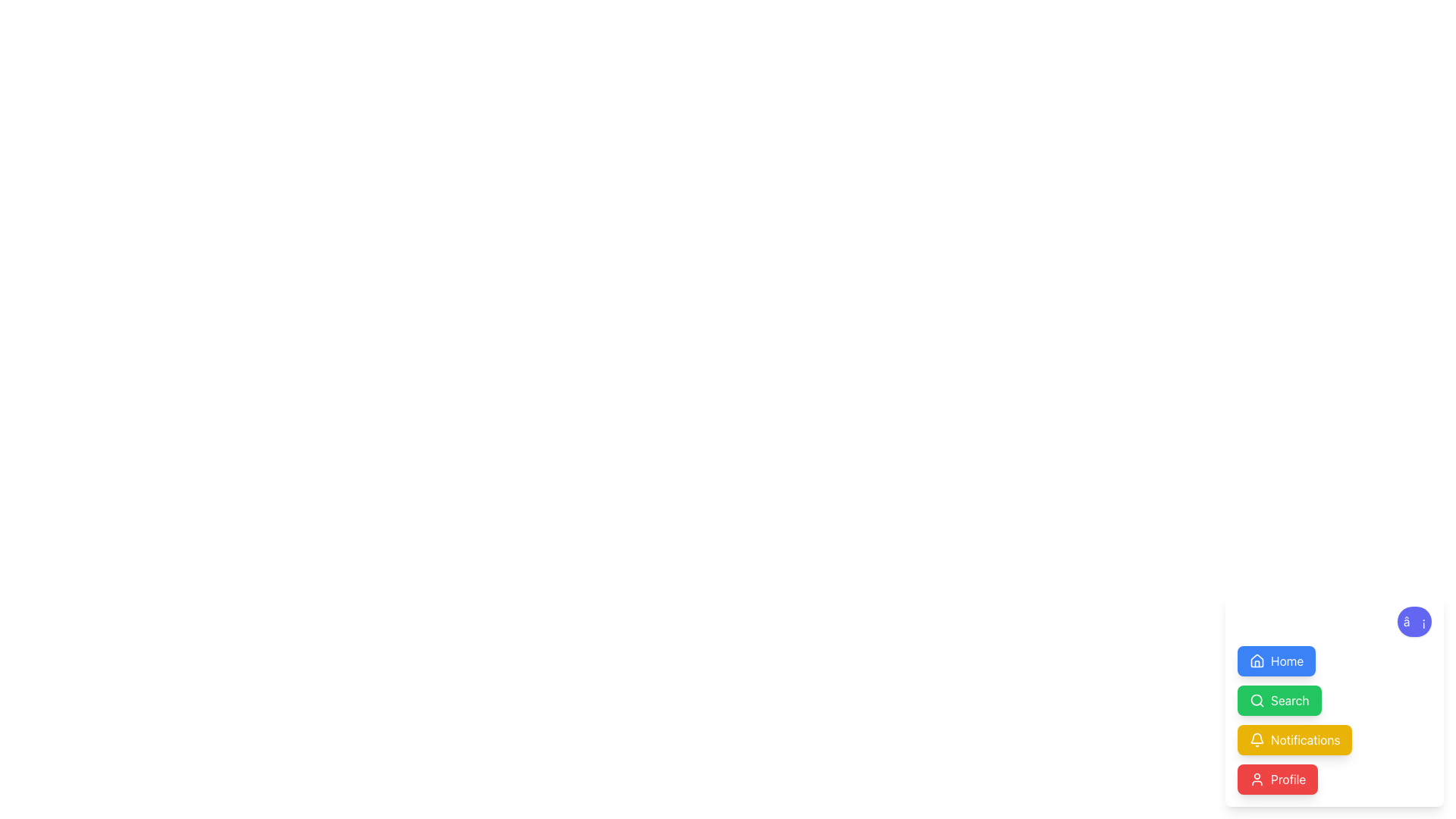  Describe the element at coordinates (1294, 739) in the screenshot. I see `the notifications button, which is located below the green 'Search' button and above the red 'Profile' button in the lower right segment of the application interface` at that location.